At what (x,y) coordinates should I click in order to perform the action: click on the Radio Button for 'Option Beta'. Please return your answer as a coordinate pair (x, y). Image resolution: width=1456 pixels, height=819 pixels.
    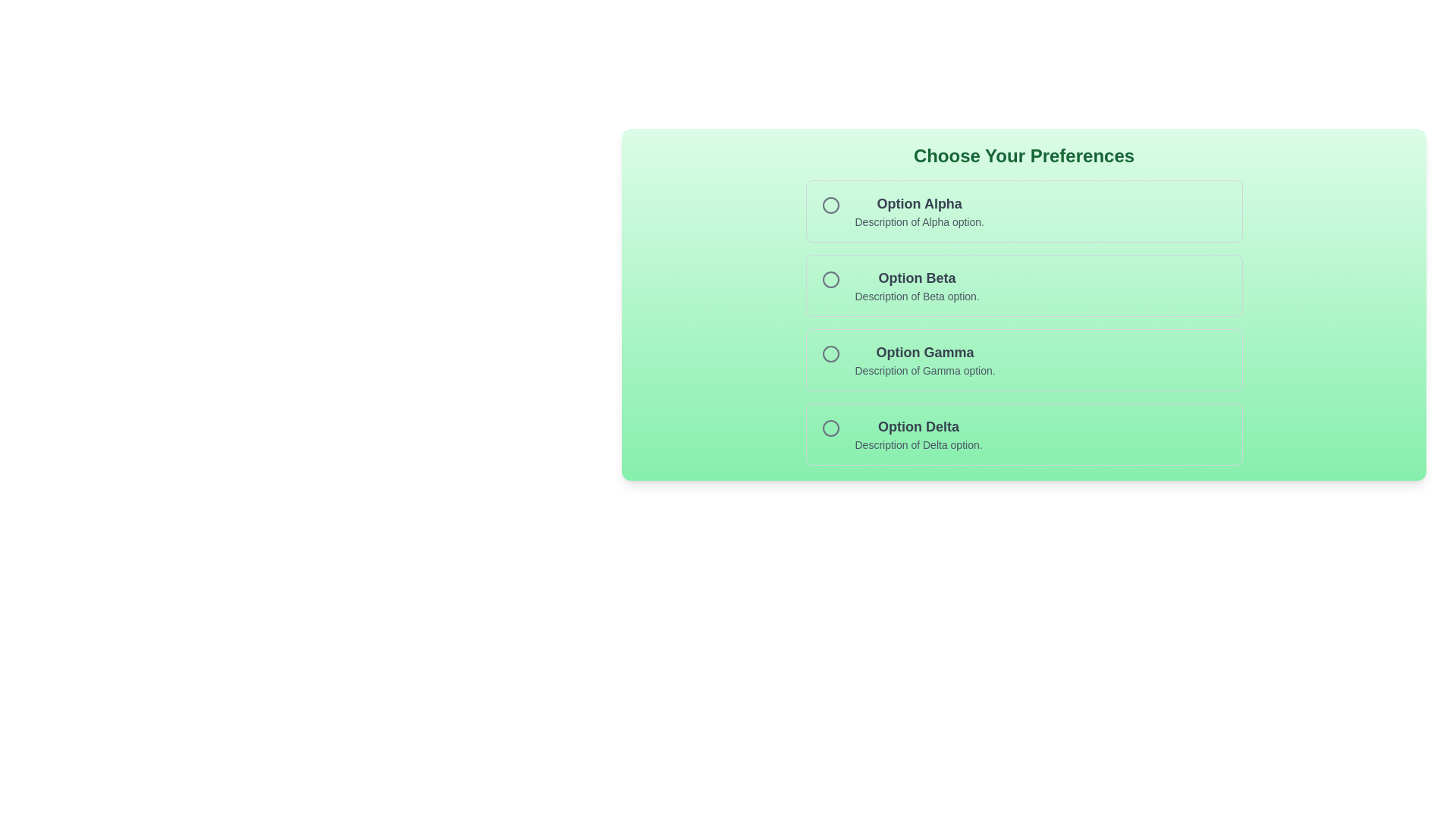
    Looking at the image, I should click on (830, 280).